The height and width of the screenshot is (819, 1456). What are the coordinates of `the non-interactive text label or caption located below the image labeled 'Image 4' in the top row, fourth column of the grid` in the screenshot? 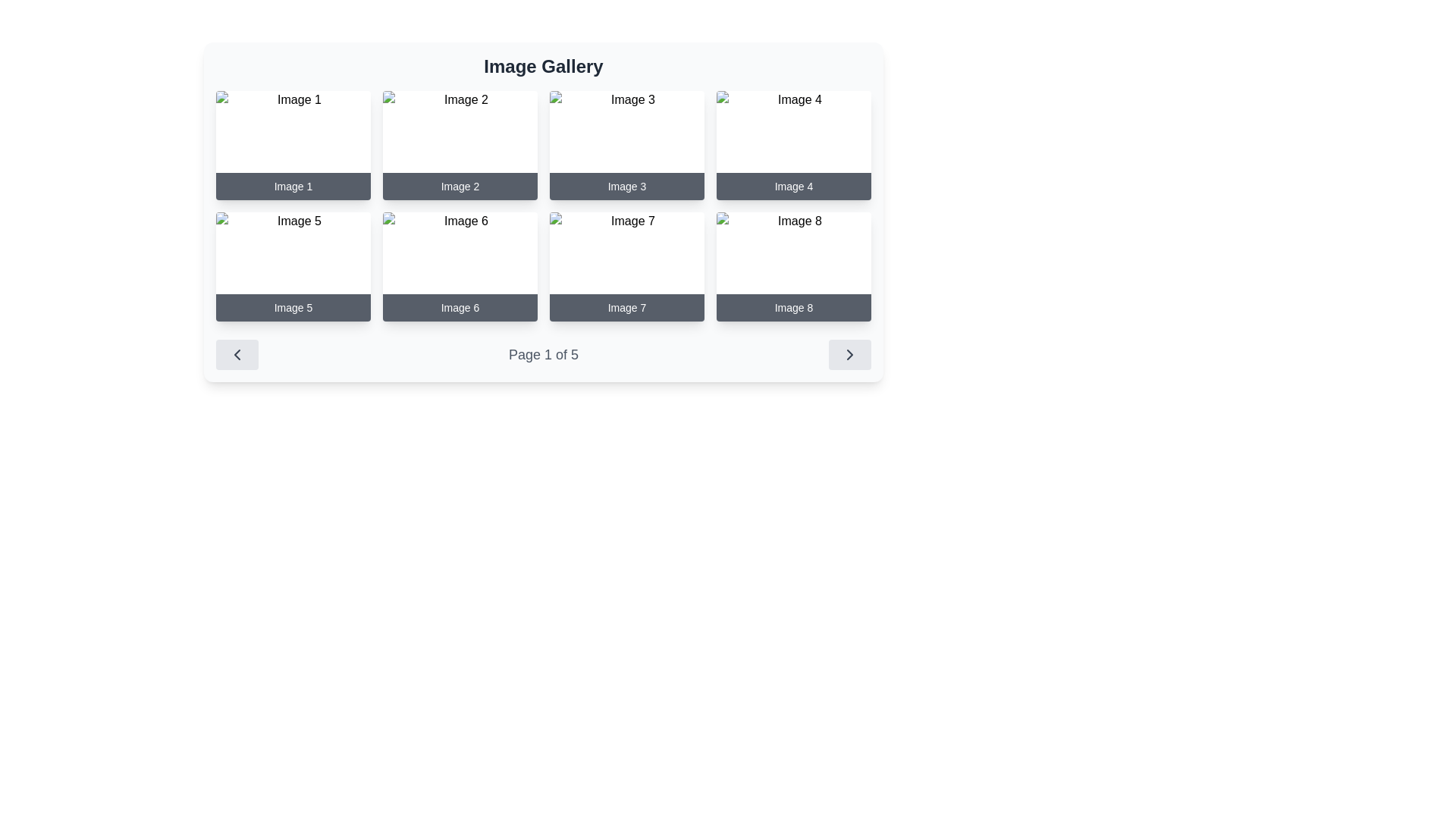 It's located at (792, 186).